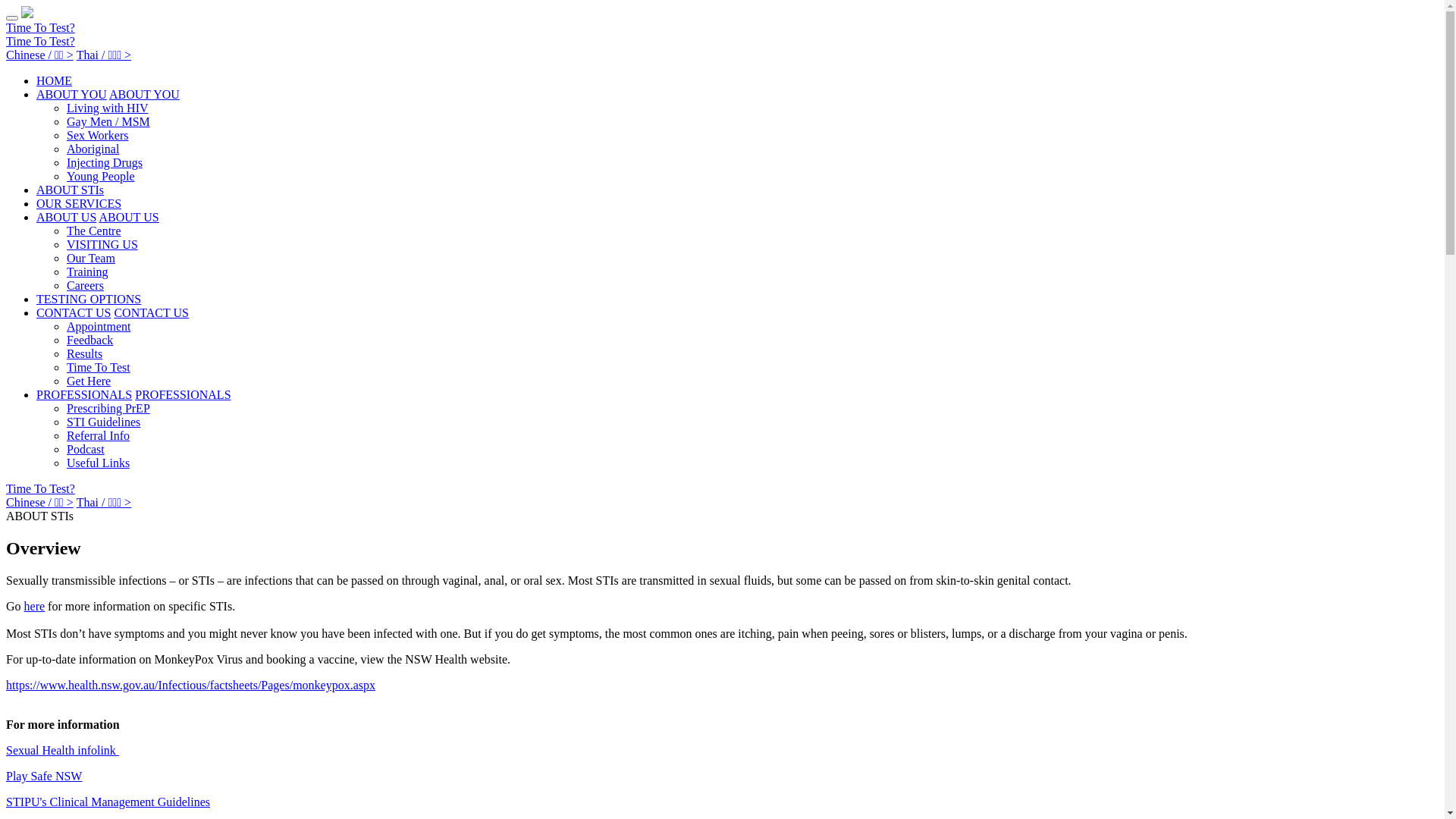  What do you see at coordinates (71, 94) in the screenshot?
I see `'ABOUT YOU'` at bounding box center [71, 94].